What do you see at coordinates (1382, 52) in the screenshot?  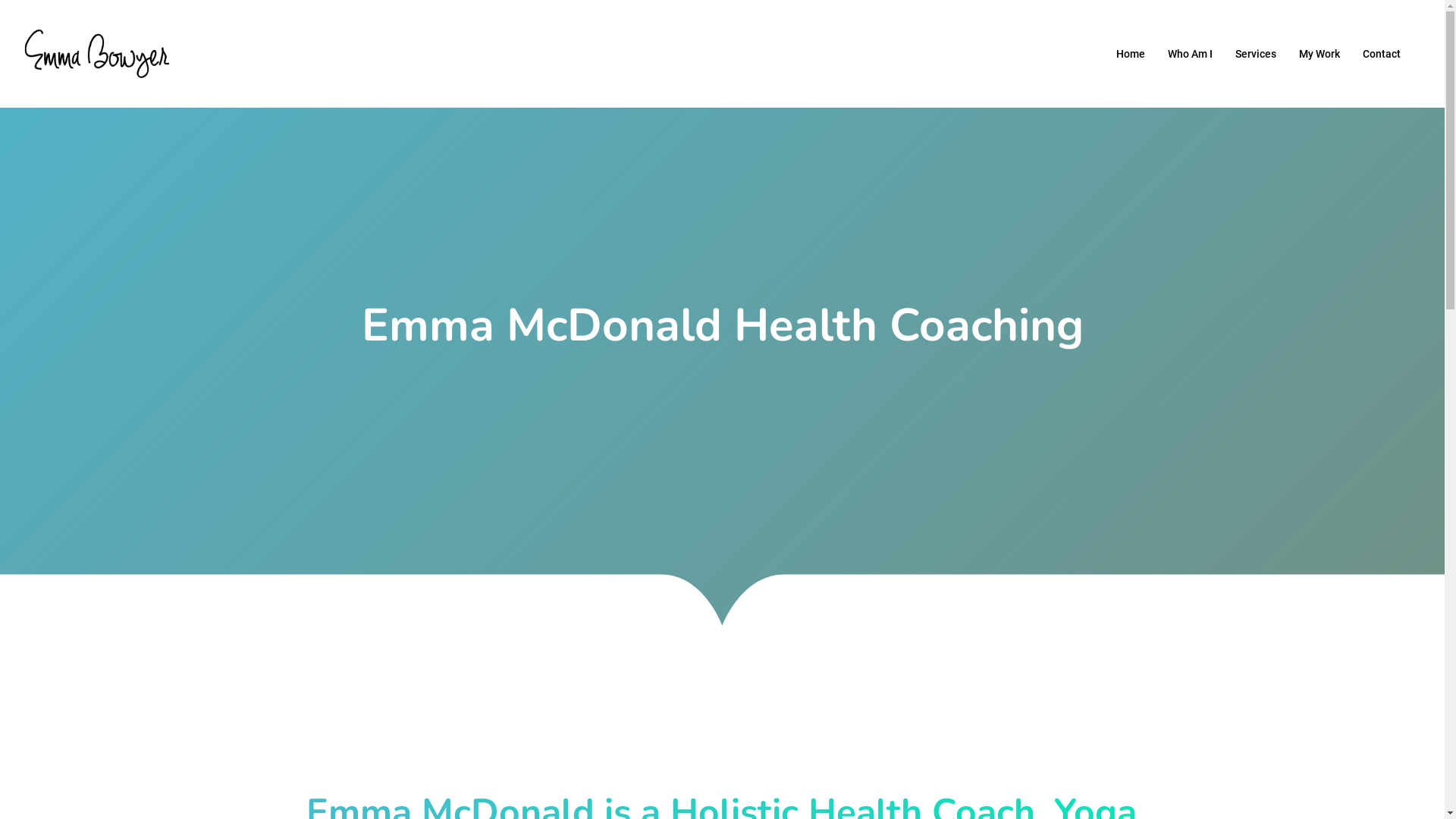 I see `'Contact'` at bounding box center [1382, 52].